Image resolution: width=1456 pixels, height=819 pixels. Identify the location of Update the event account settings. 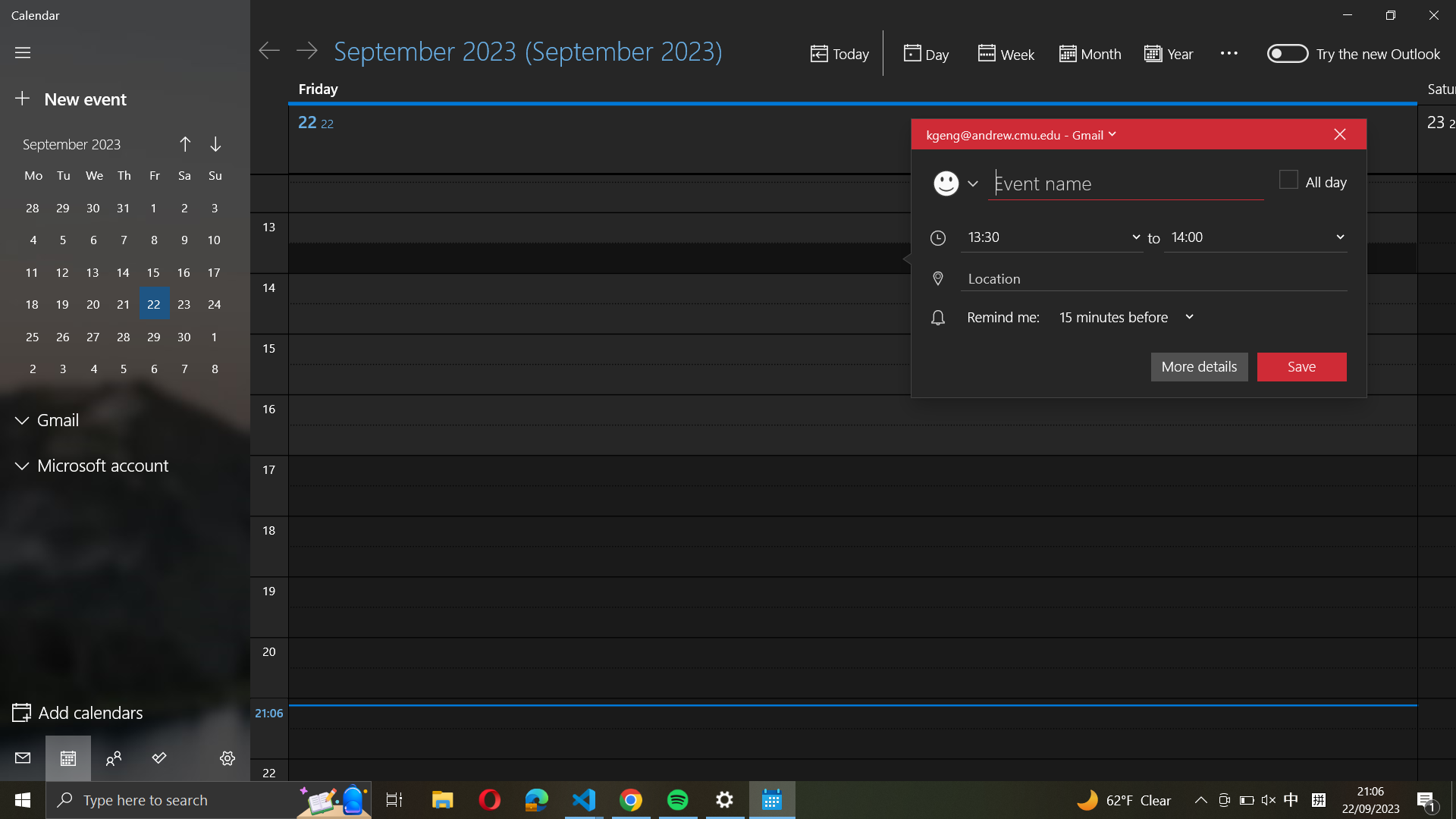
(1019, 133).